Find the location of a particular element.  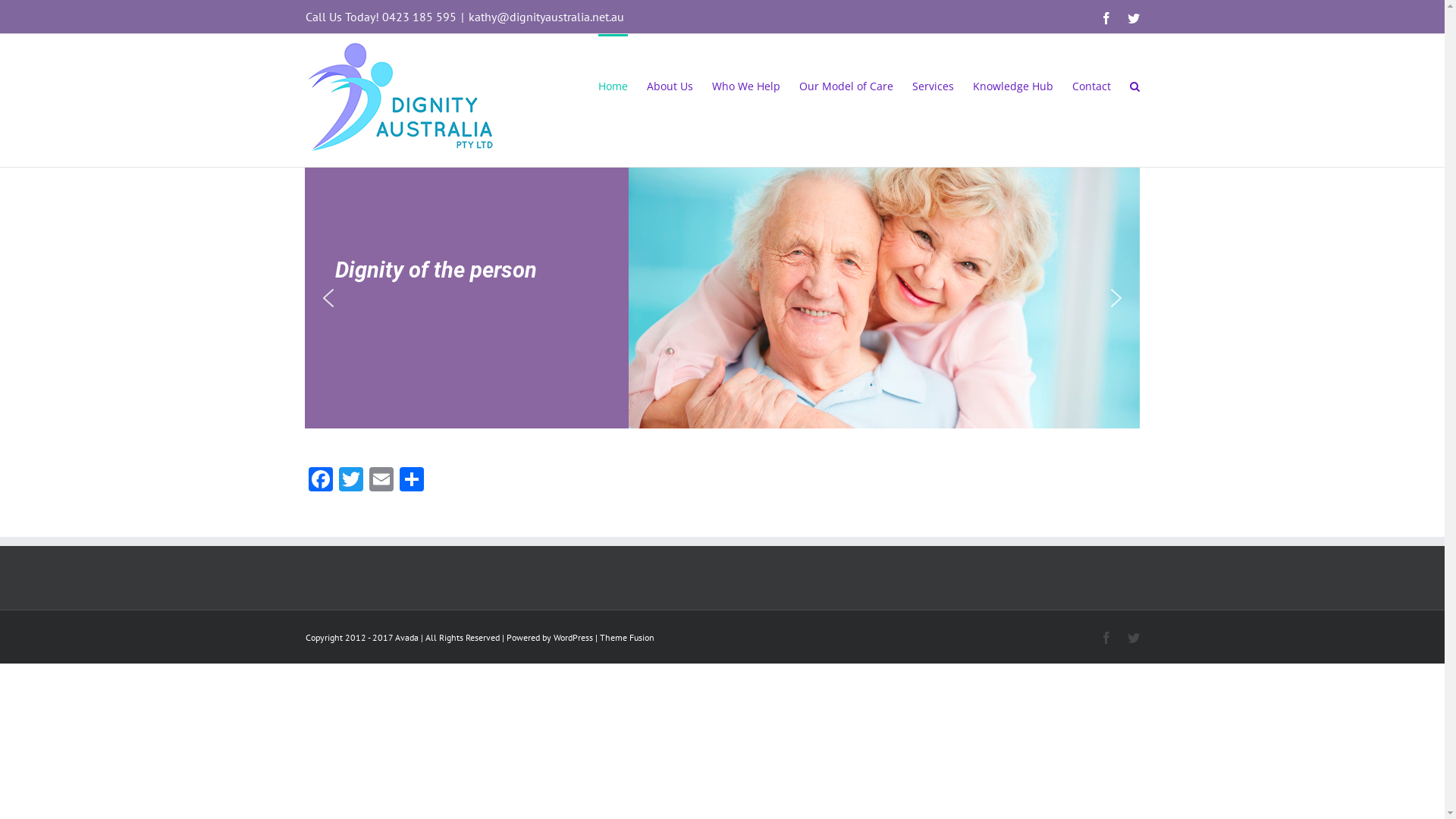

'About Us' is located at coordinates (668, 85).